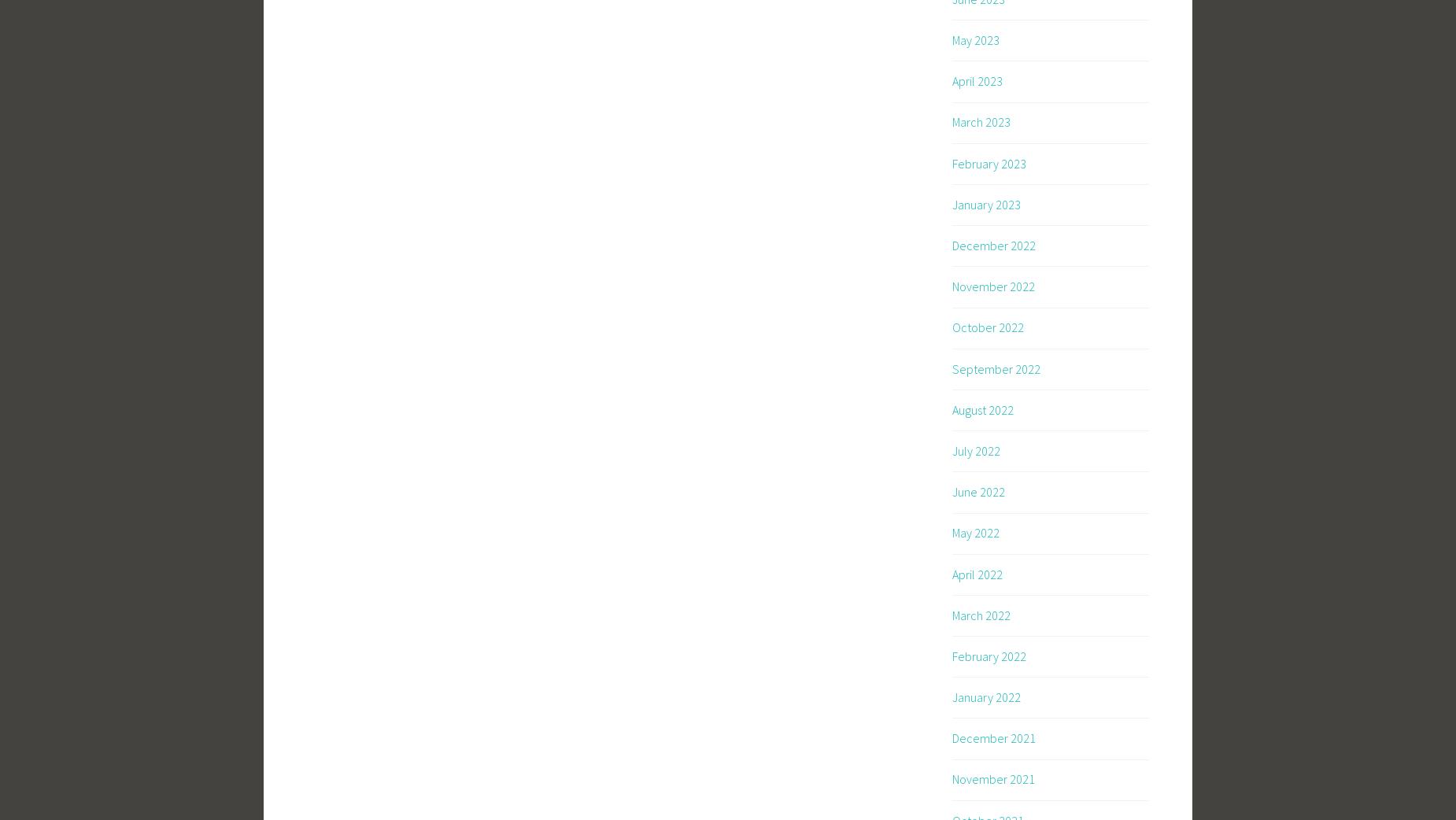  I want to click on 'December 2021', so click(992, 737).